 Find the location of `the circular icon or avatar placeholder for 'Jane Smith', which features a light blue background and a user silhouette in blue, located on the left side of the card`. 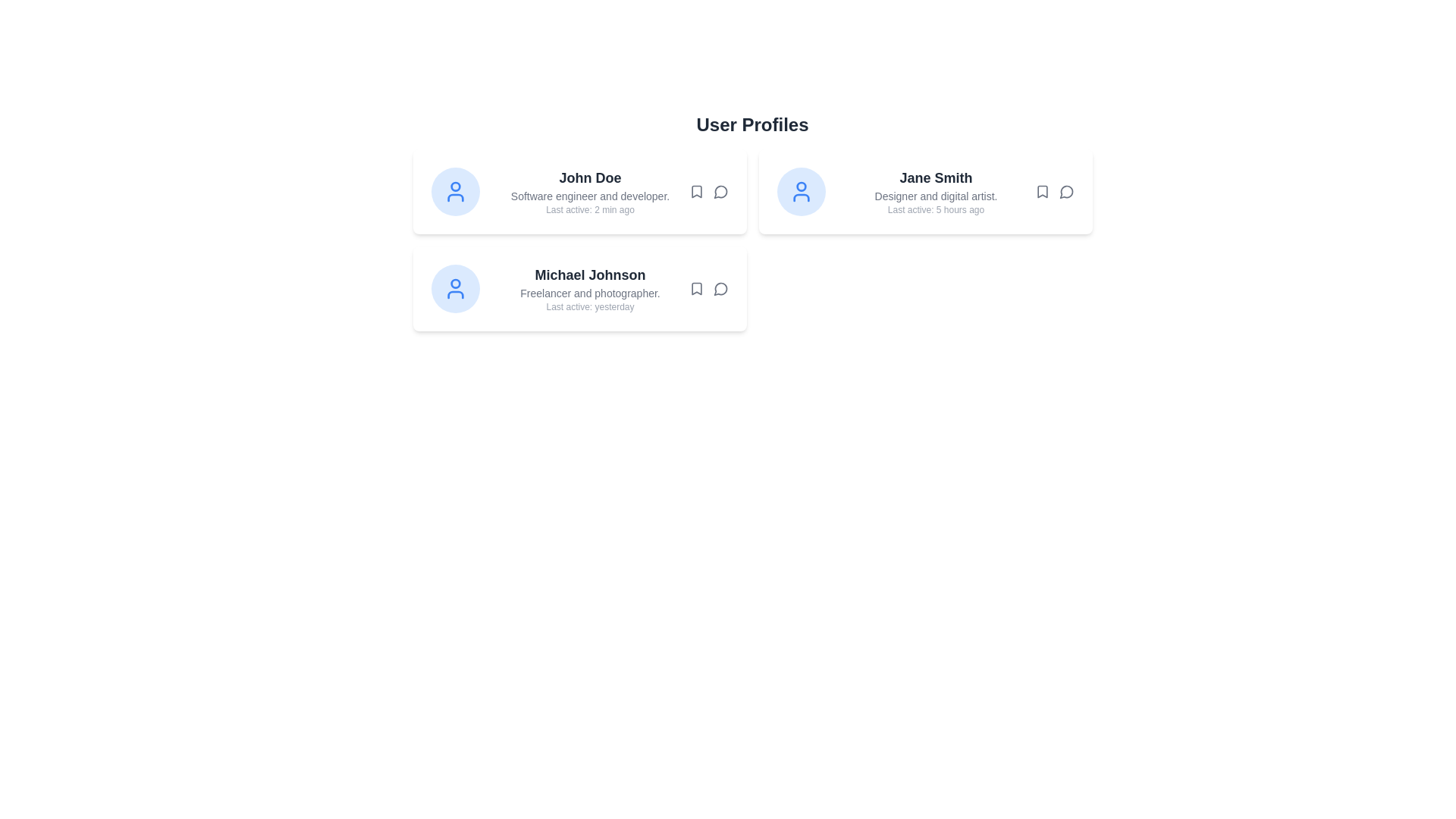

the circular icon or avatar placeholder for 'Jane Smith', which features a light blue background and a user silhouette in blue, located on the left side of the card is located at coordinates (800, 191).